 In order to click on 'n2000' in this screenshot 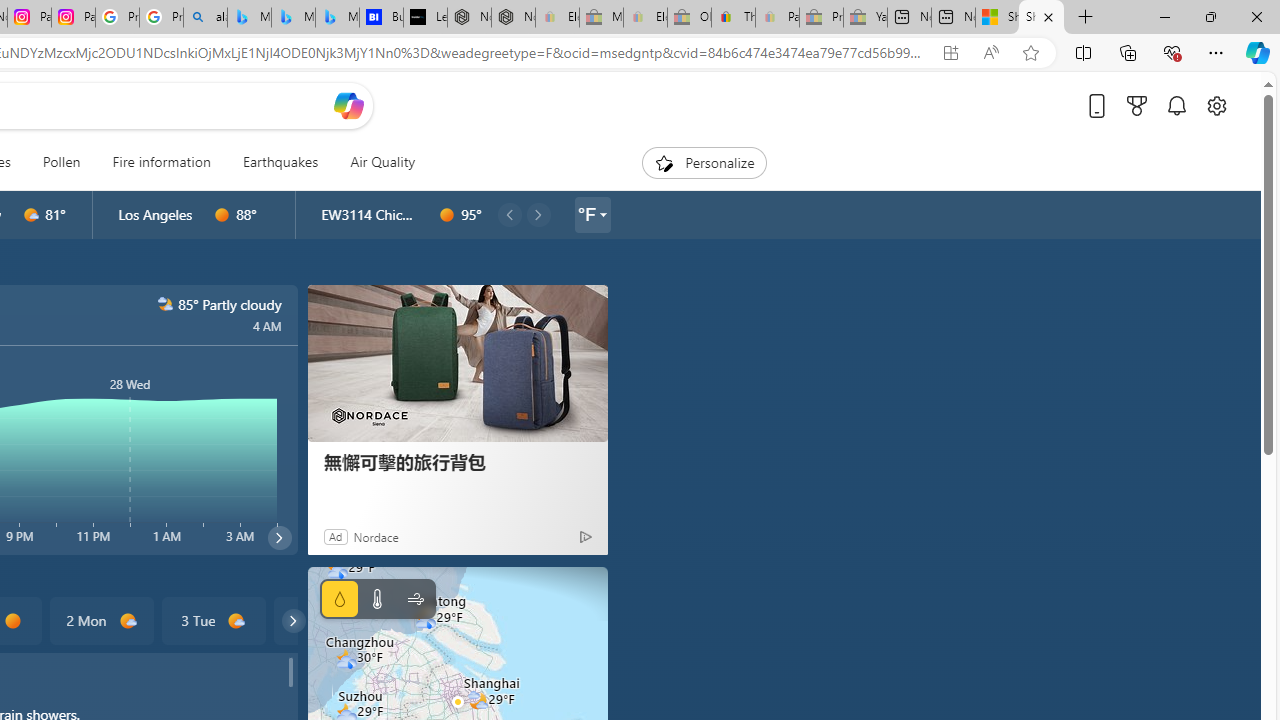, I will do `click(165, 304)`.